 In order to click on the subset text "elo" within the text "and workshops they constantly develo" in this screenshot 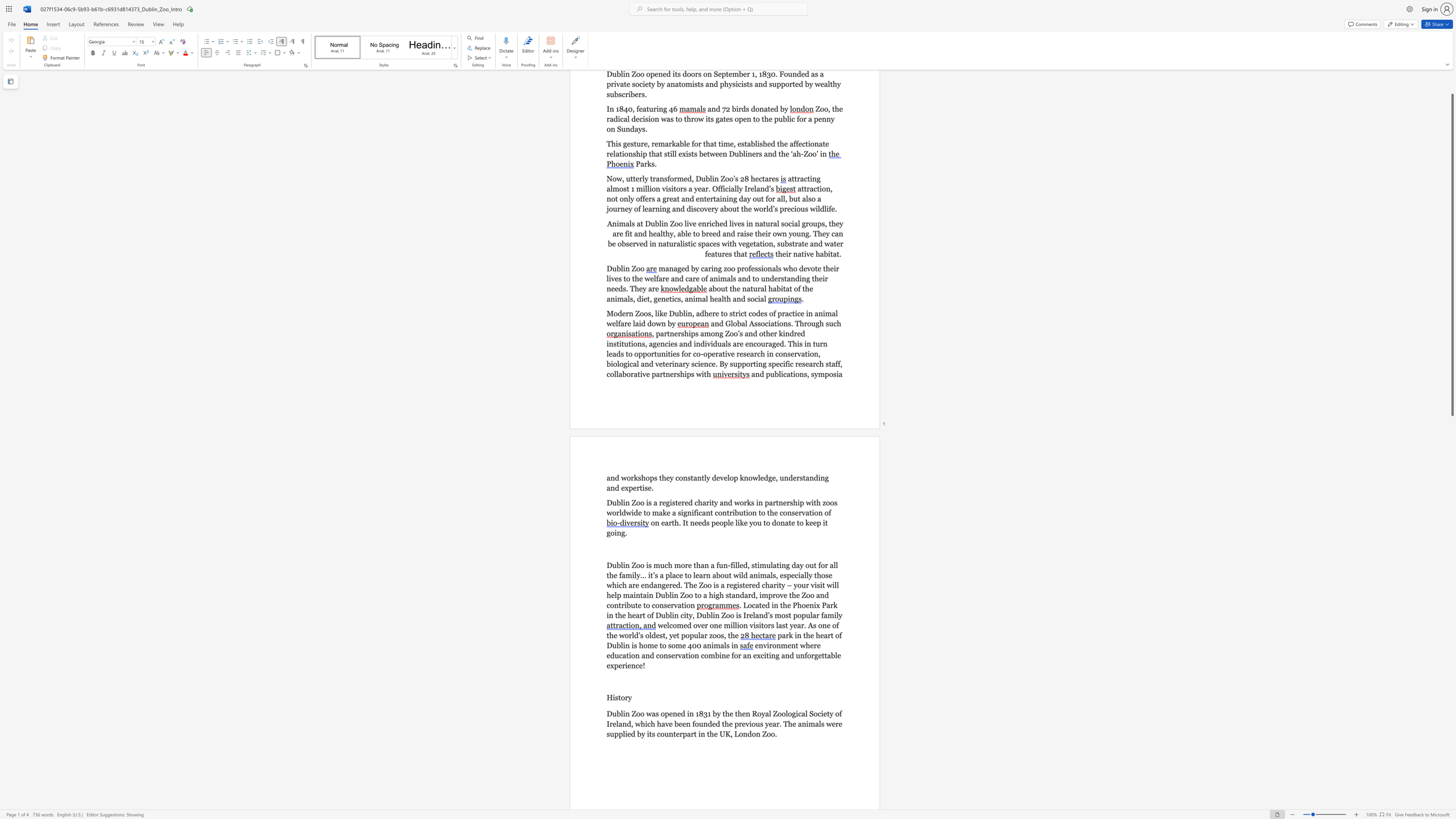, I will do `click(723, 478)`.